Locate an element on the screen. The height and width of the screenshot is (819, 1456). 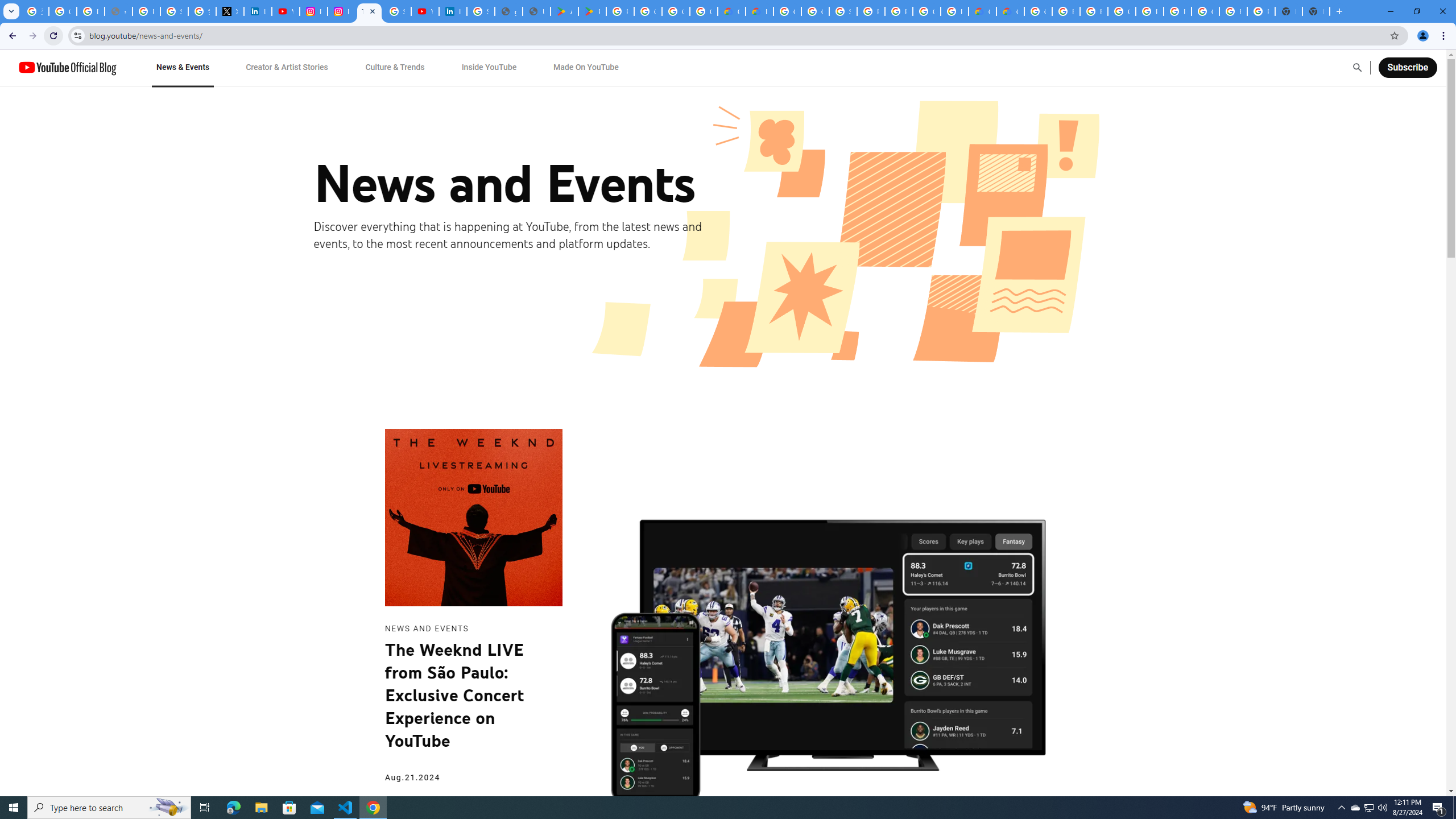
'New Tab' is located at coordinates (1316, 11).